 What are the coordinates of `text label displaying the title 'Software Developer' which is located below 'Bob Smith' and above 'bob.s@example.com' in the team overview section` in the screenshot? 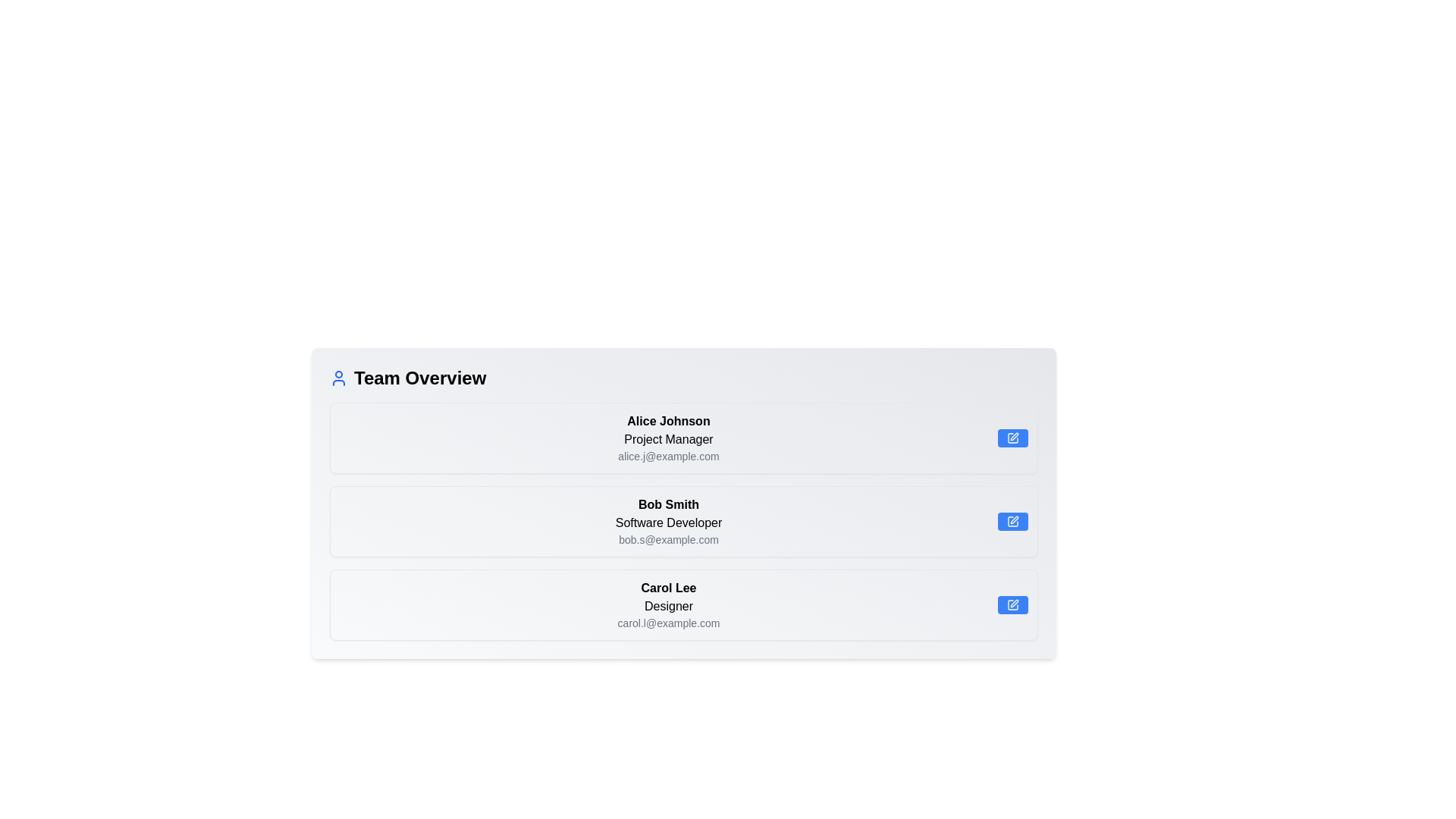 It's located at (668, 522).